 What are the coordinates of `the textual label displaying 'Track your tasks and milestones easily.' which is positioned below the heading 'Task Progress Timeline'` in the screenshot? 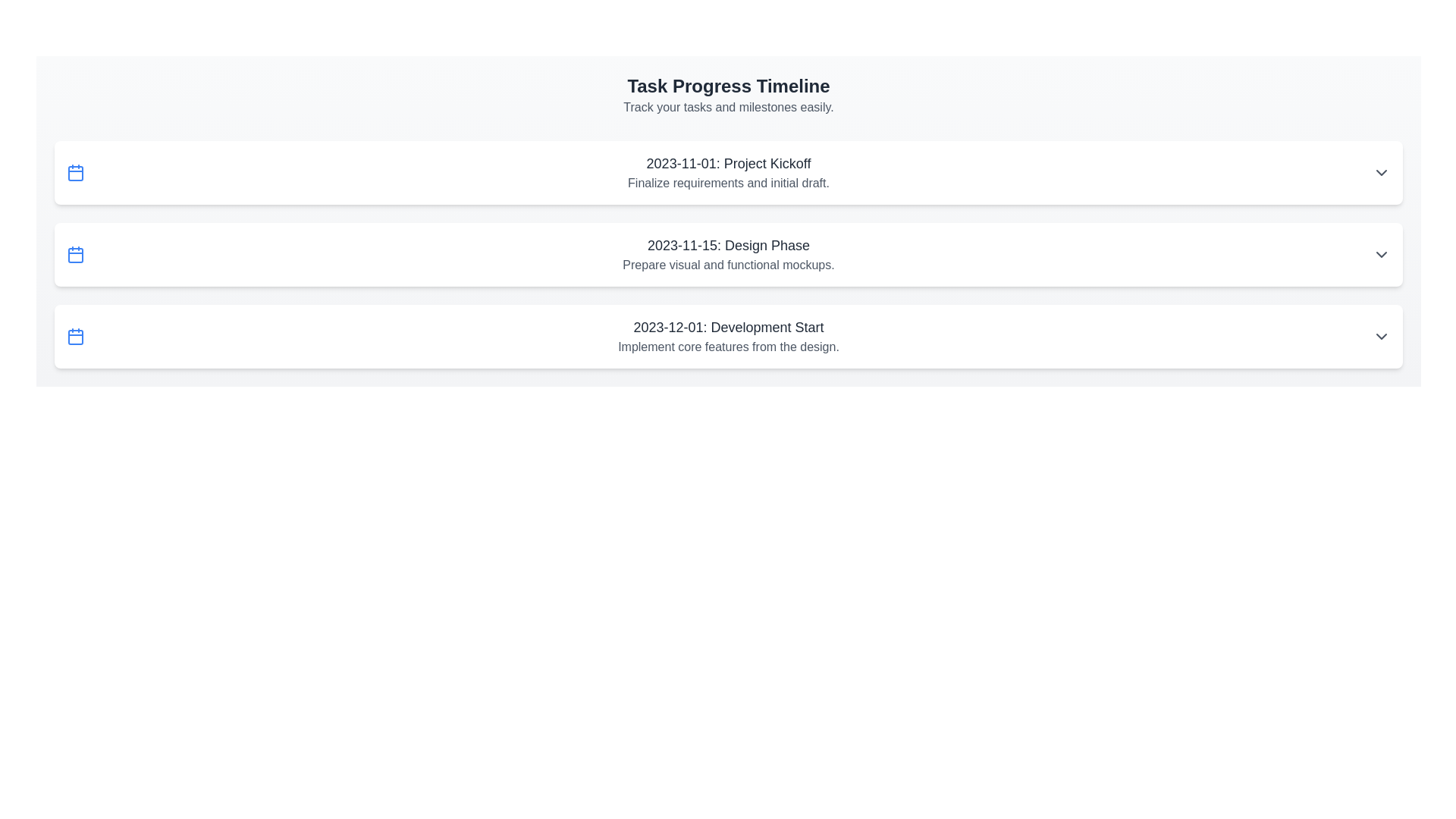 It's located at (728, 107).